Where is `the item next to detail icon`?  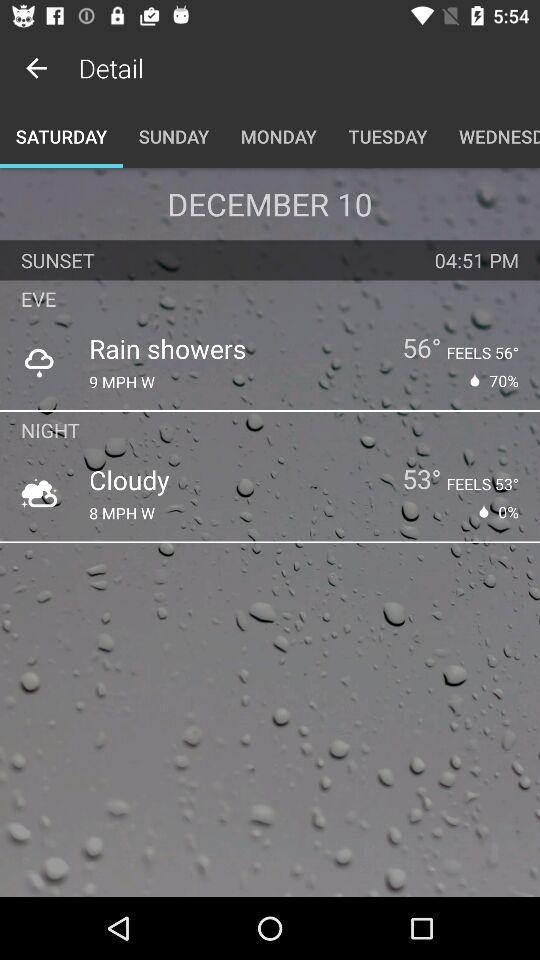
the item next to detail icon is located at coordinates (36, 68).